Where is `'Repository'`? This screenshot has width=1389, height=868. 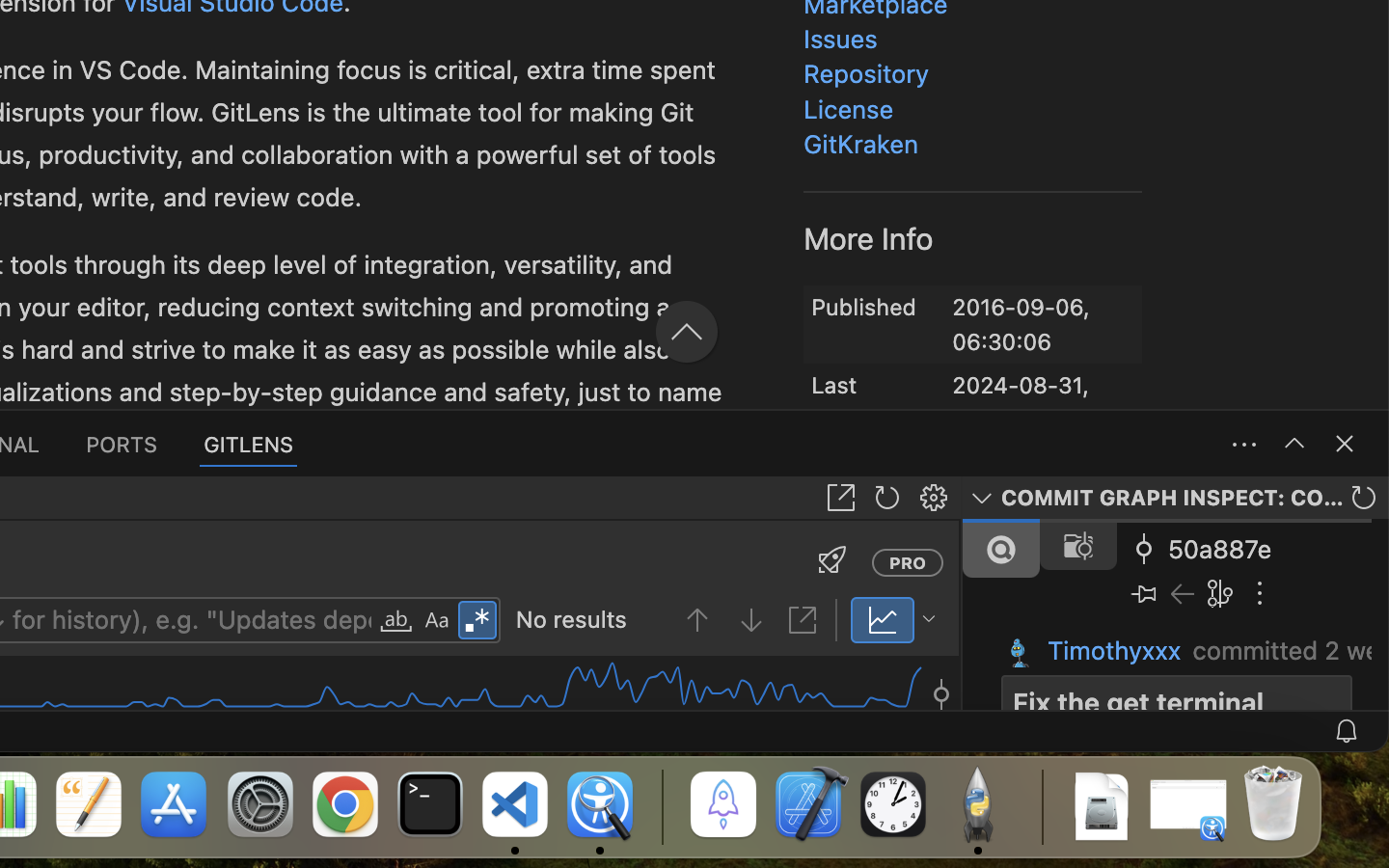
'Repository' is located at coordinates (865, 73).